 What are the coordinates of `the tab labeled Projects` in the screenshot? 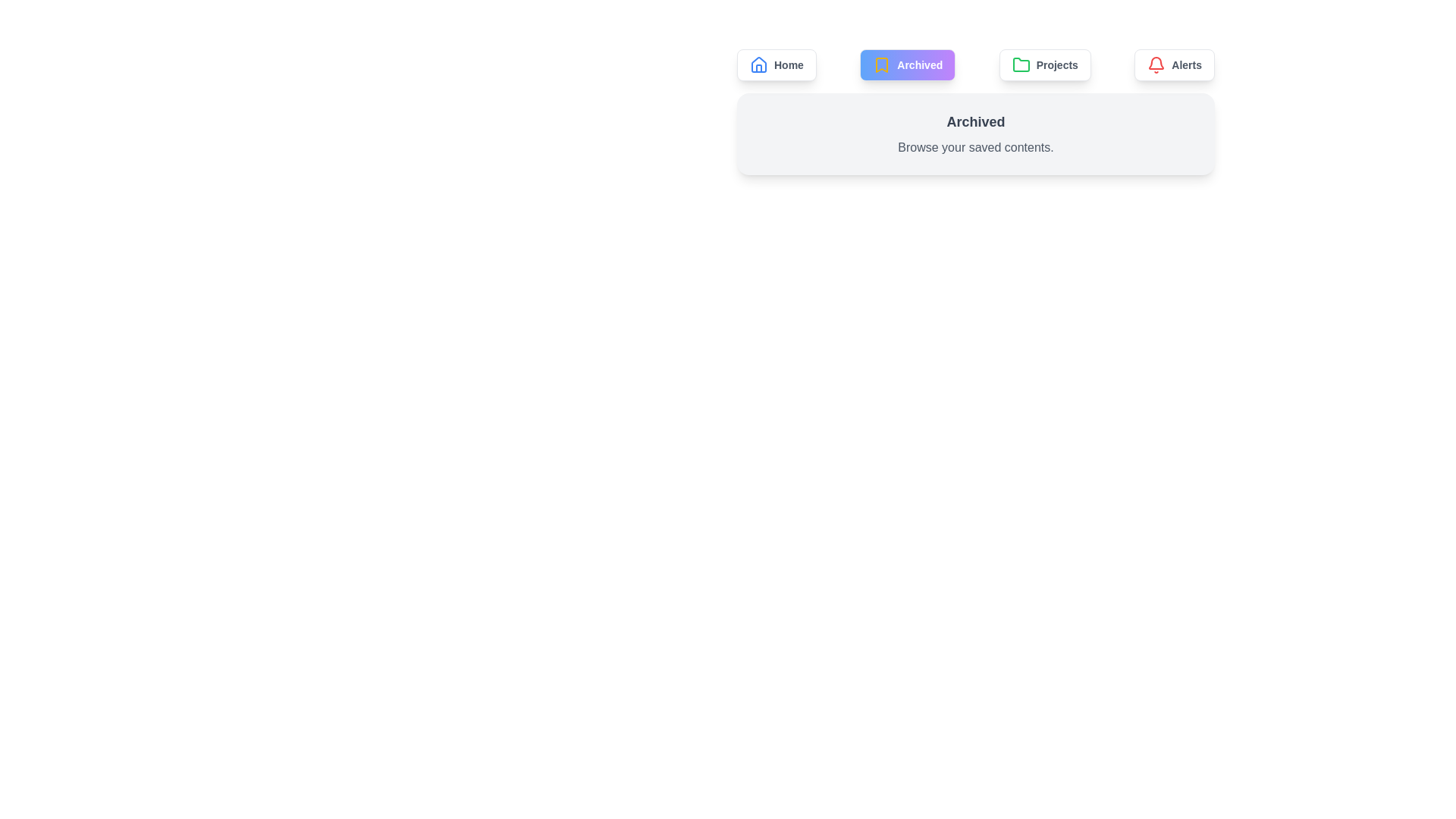 It's located at (1044, 64).